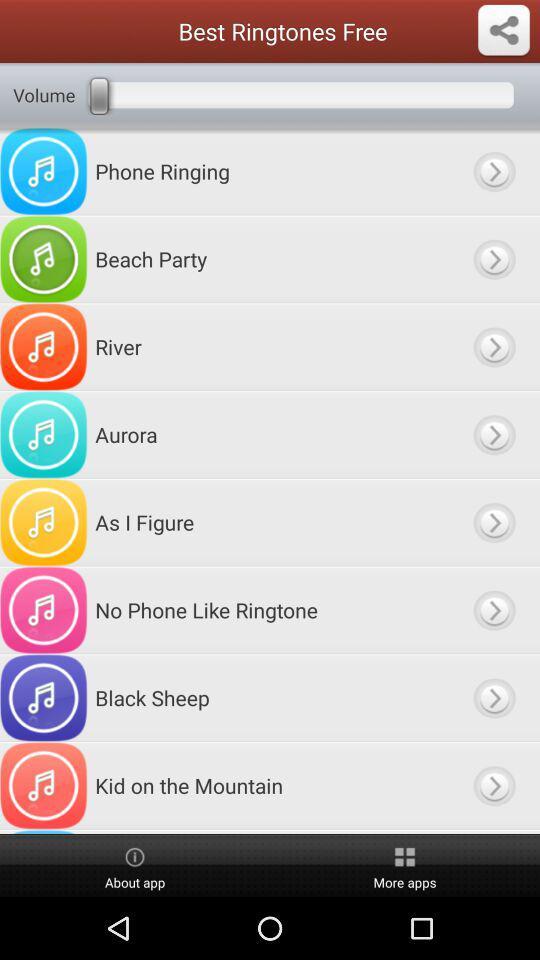  I want to click on the rington button, so click(493, 609).